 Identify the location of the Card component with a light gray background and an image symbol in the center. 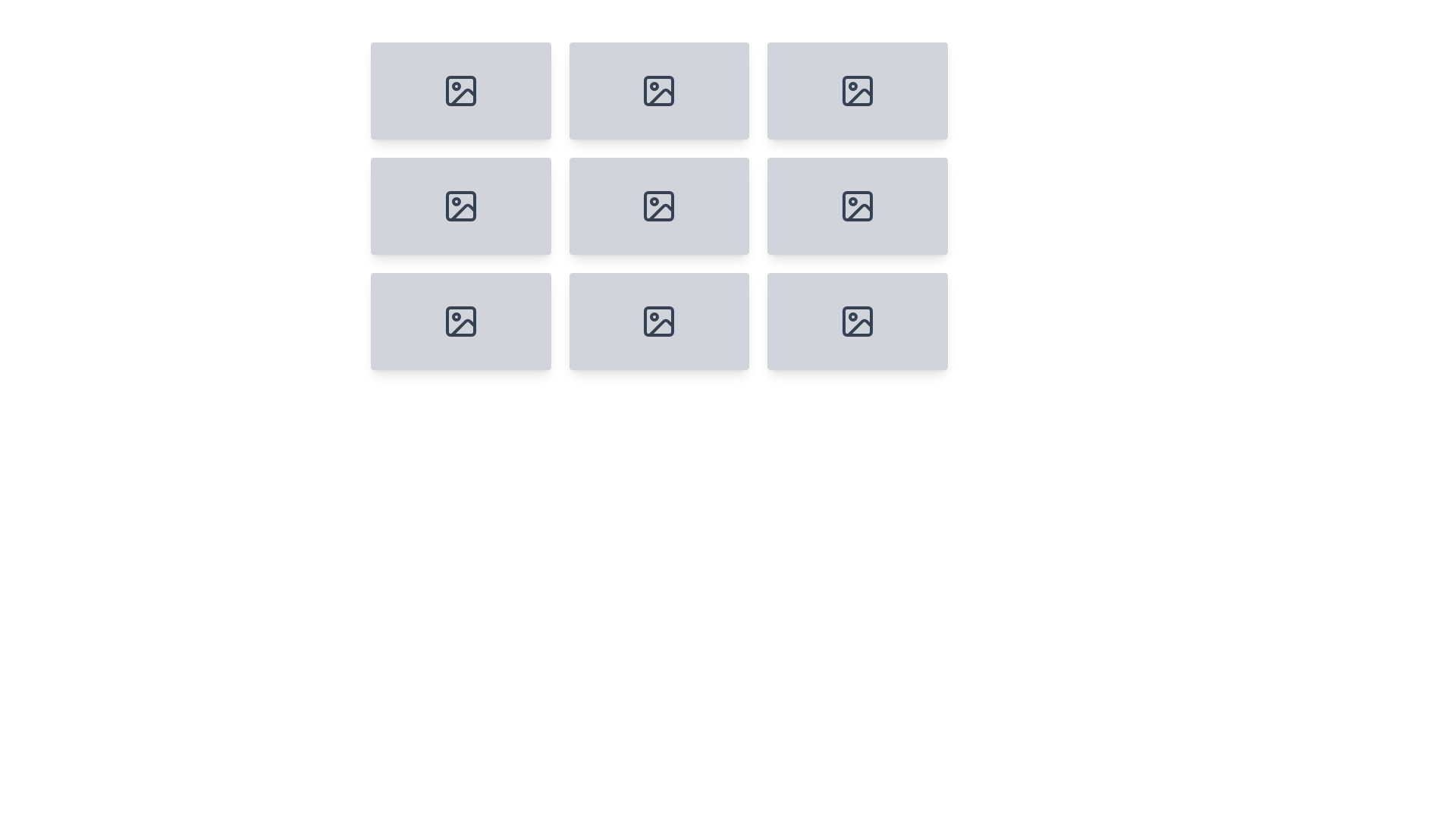
(460, 206).